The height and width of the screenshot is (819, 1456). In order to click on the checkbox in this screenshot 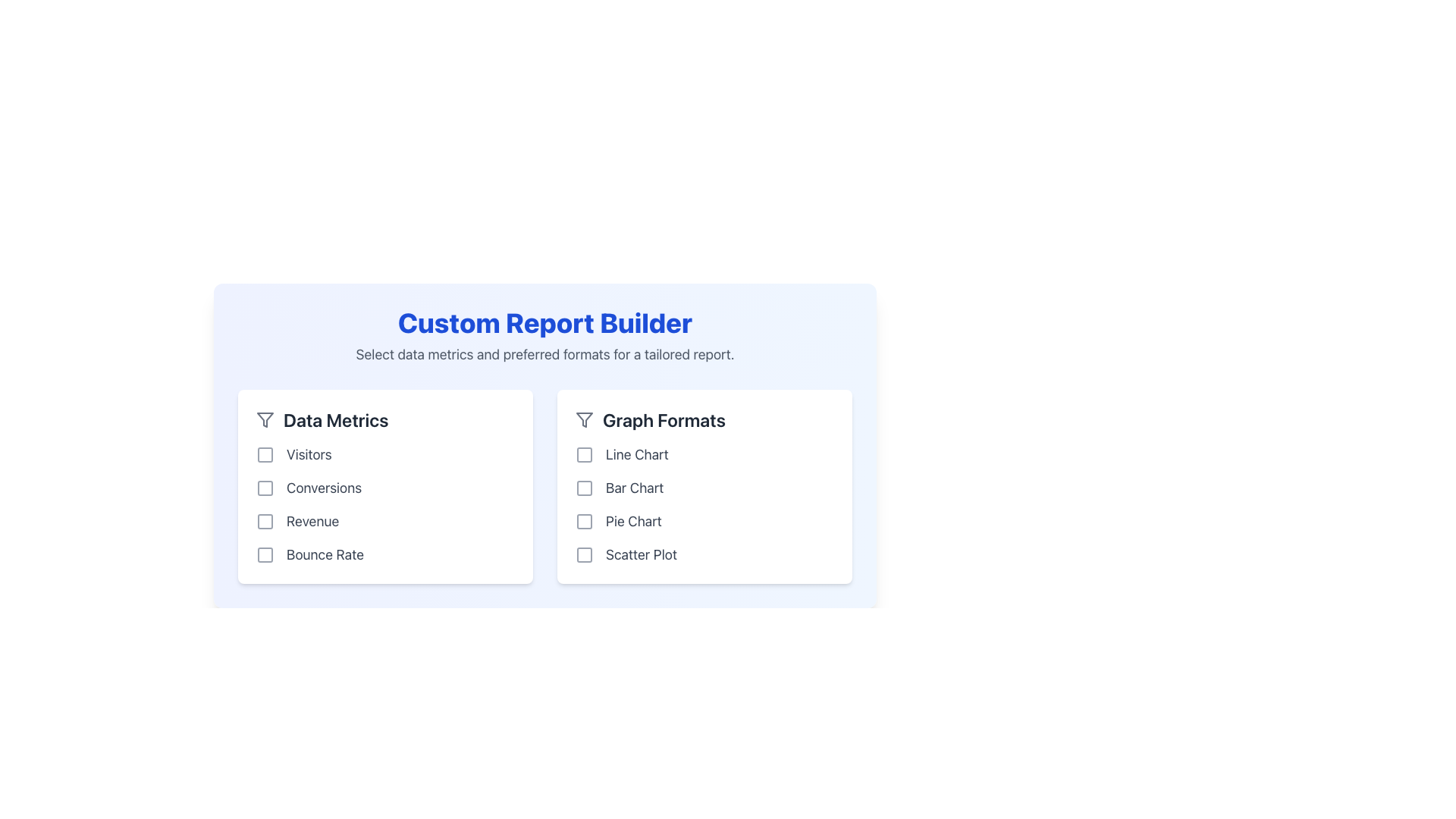, I will do `click(704, 488)`.